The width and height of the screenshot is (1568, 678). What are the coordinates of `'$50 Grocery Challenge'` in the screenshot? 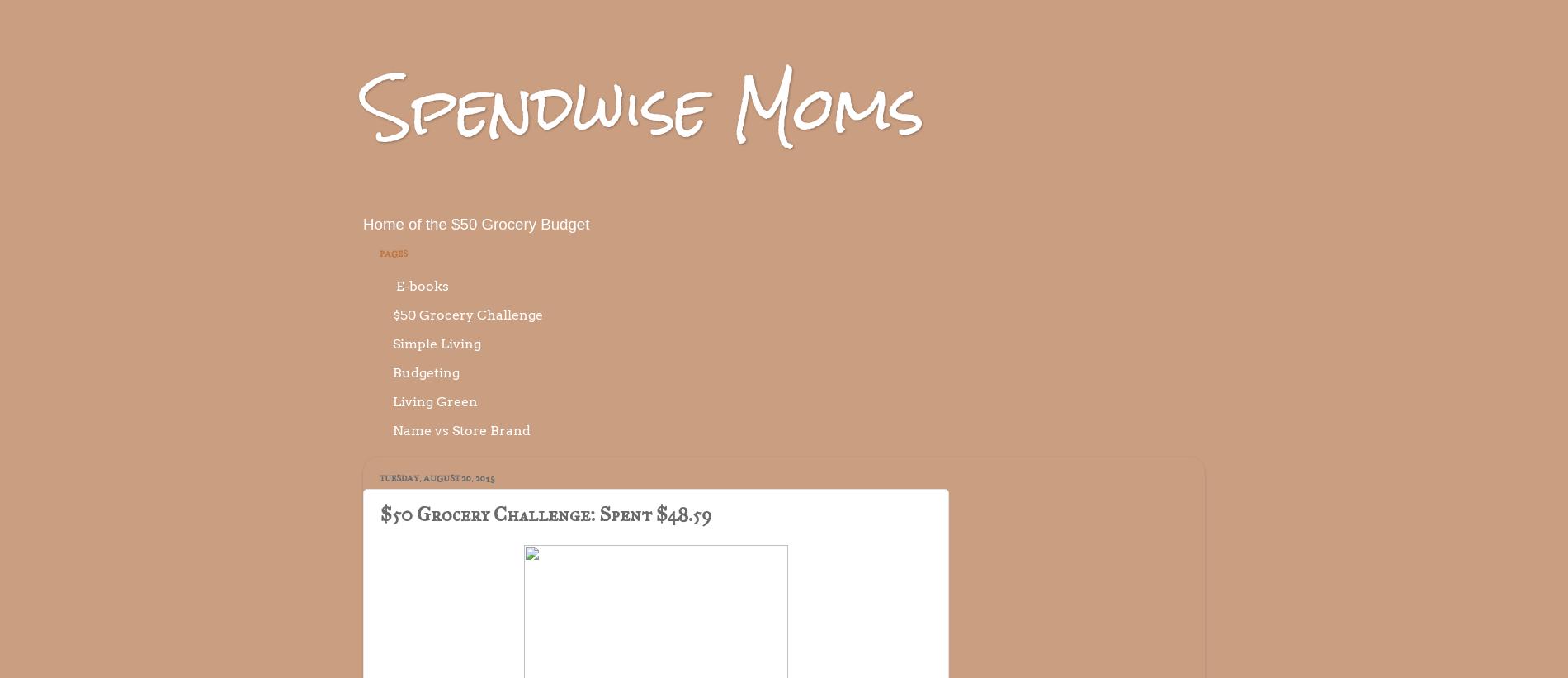 It's located at (467, 313).